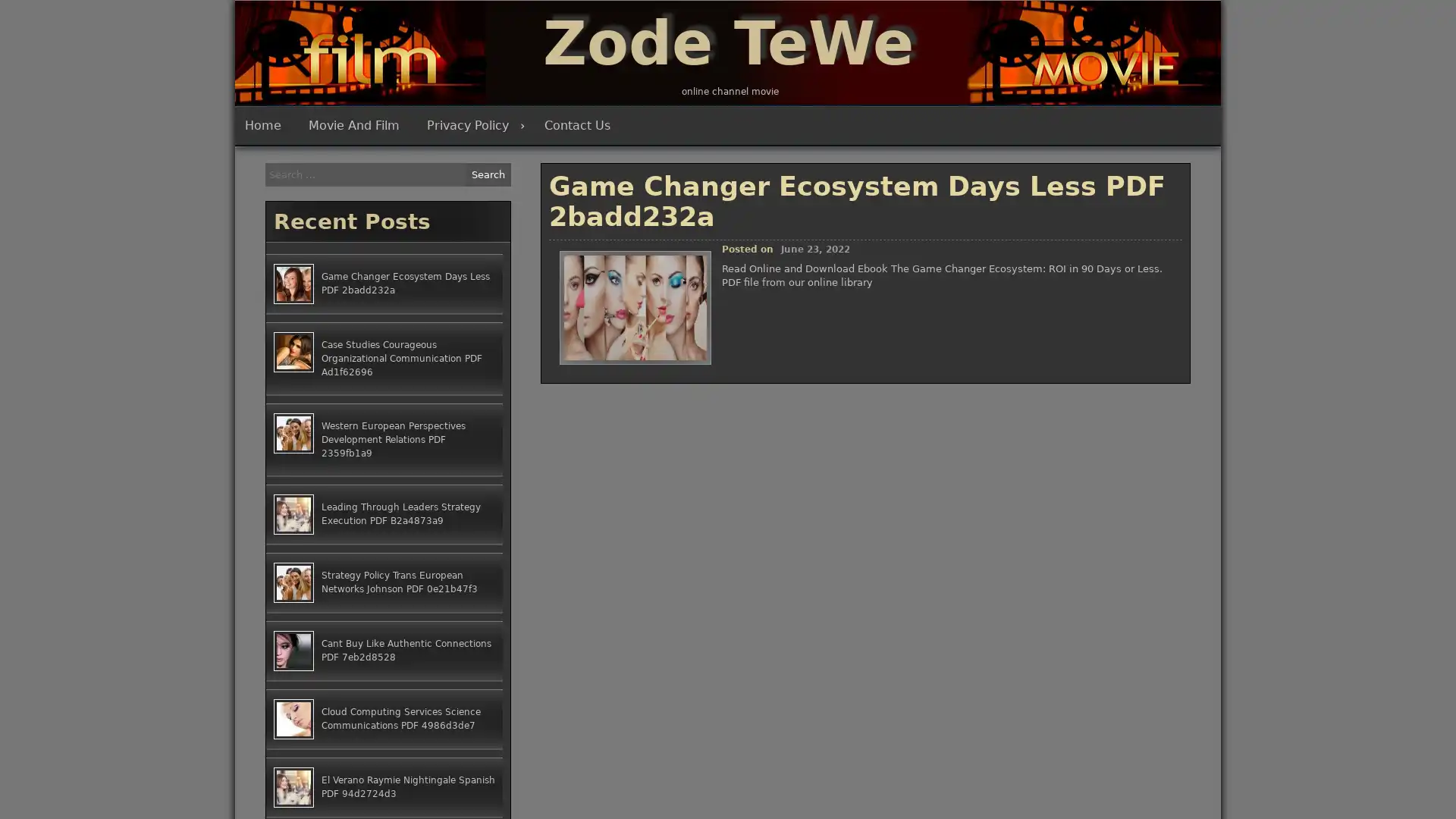 This screenshot has width=1456, height=819. What do you see at coordinates (488, 174) in the screenshot?
I see `Search` at bounding box center [488, 174].